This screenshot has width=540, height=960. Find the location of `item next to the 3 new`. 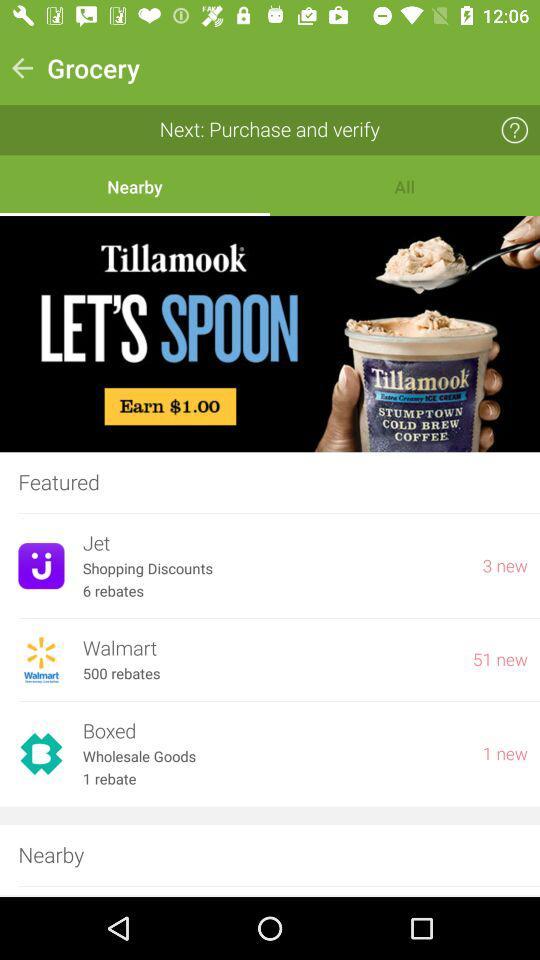

item next to the 3 new is located at coordinates (272, 543).